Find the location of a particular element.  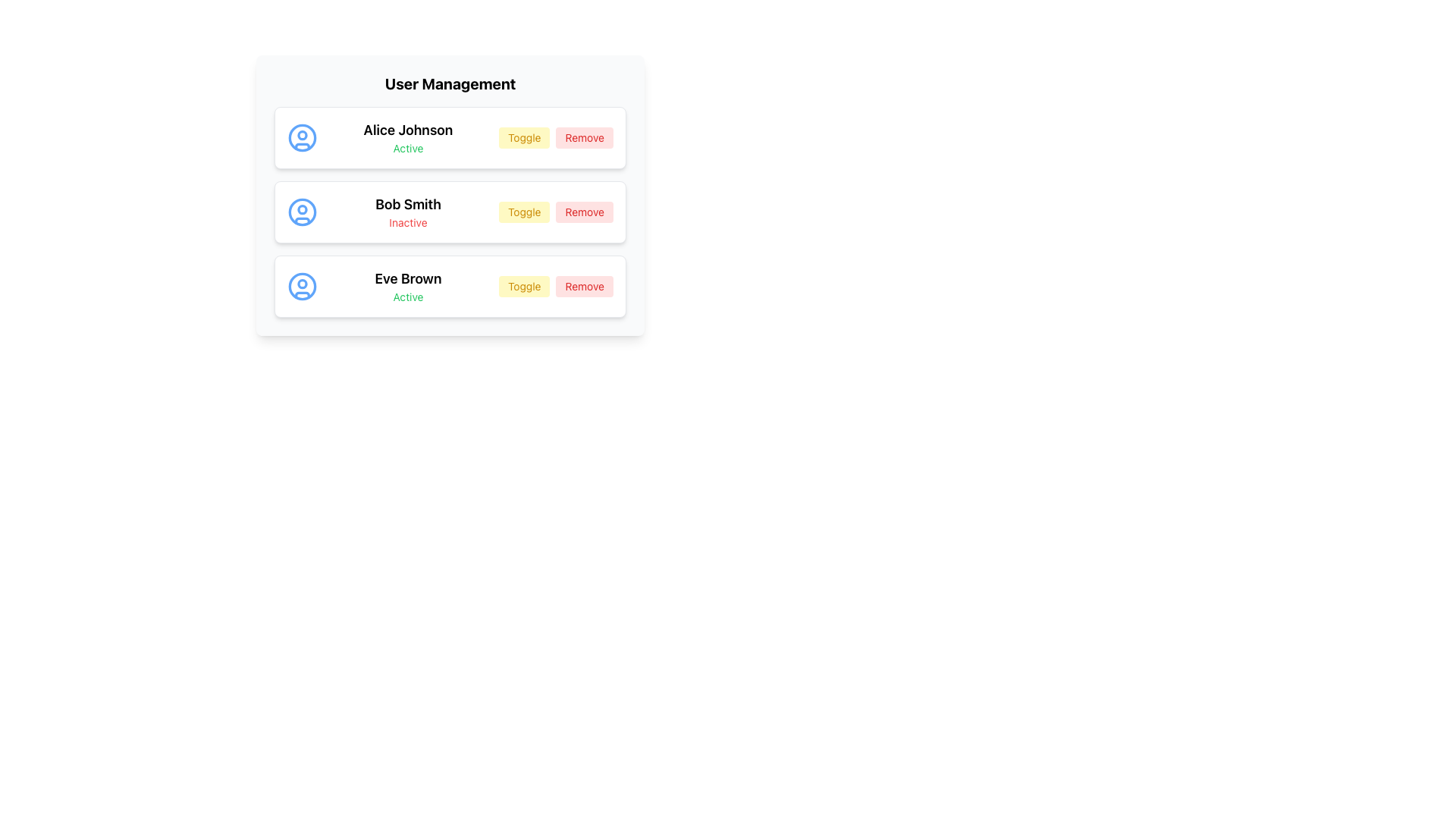

the circular user icon styled in light blue located at the top-left corner of the 'Eve Brown' user card is located at coordinates (302, 287).